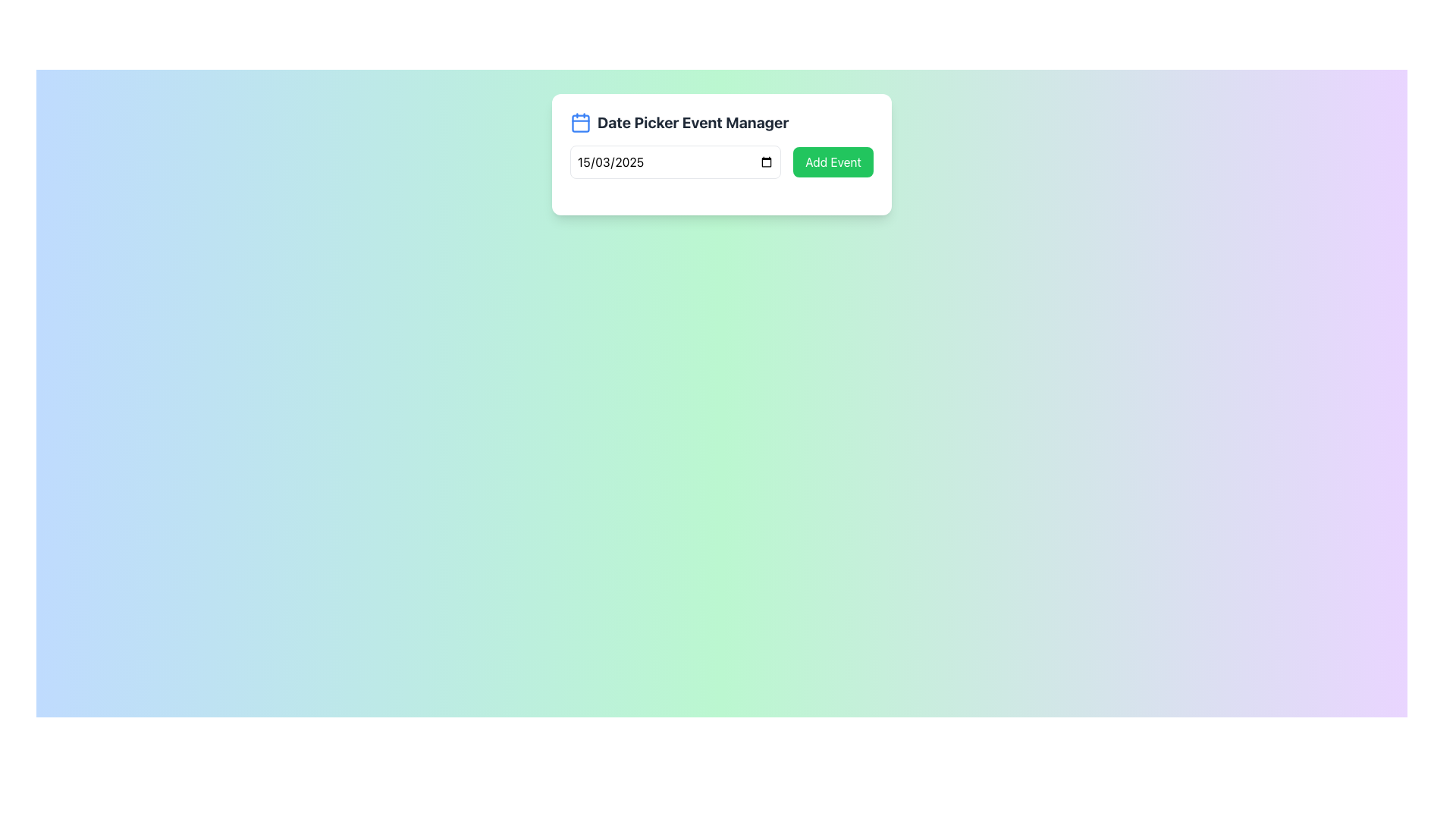  Describe the element at coordinates (580, 122) in the screenshot. I see `the blue calendar icon located to the left of the 'Date Picker Event Manager' text in the header to possibly open a date picker or show a calendar` at that location.